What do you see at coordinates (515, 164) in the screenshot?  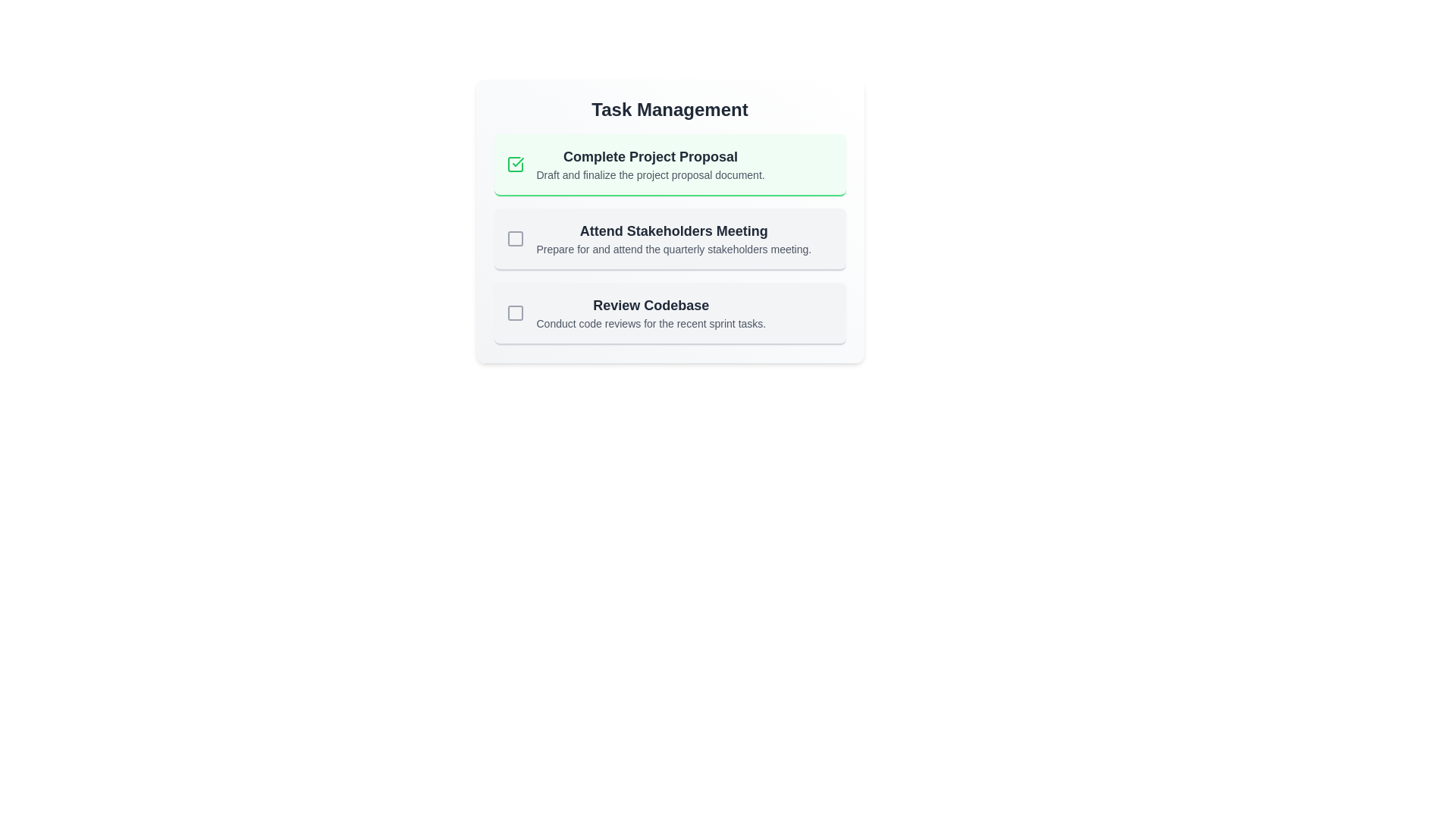 I see `the checkbox indicating the completion status of the 'Complete Project Proposal' task, which is located to the left of the task title` at bounding box center [515, 164].